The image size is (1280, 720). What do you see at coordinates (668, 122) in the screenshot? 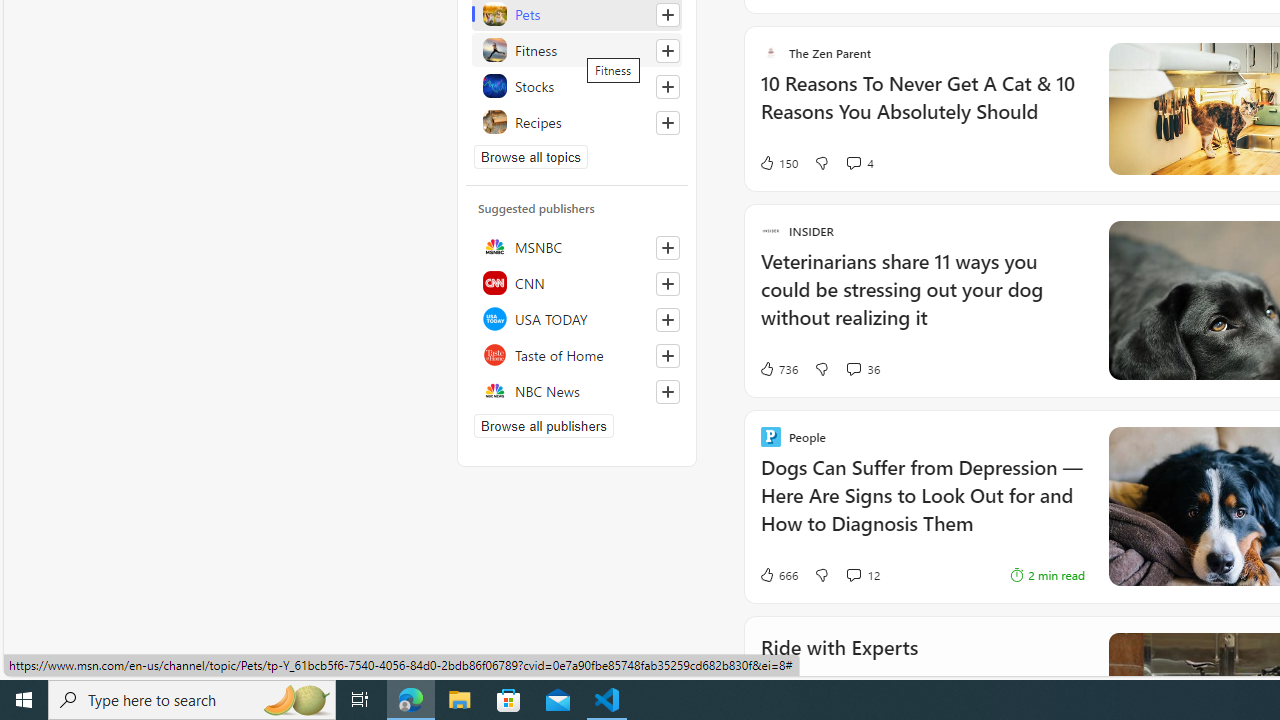
I see `'Follow this topic'` at bounding box center [668, 122].